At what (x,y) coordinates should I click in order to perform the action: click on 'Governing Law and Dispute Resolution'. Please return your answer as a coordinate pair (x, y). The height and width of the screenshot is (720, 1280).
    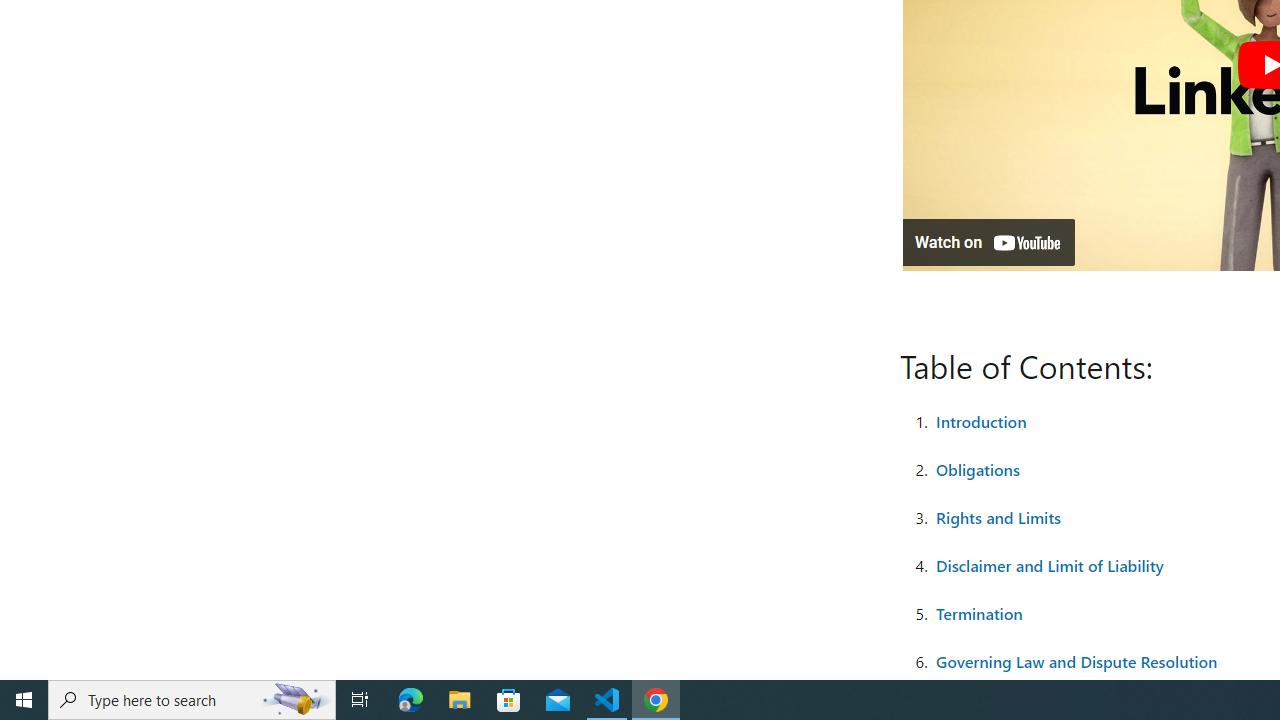
    Looking at the image, I should click on (1076, 660).